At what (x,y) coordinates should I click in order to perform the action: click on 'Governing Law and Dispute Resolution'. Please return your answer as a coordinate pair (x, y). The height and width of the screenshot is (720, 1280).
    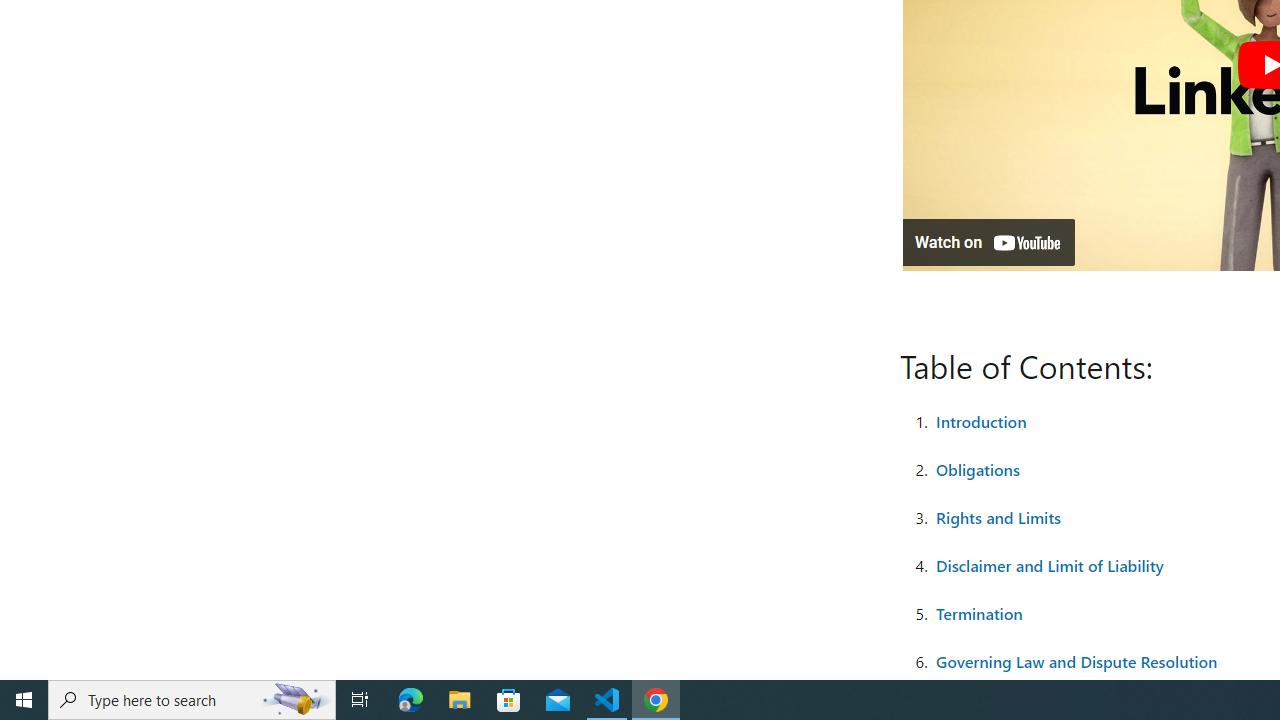
    Looking at the image, I should click on (1076, 660).